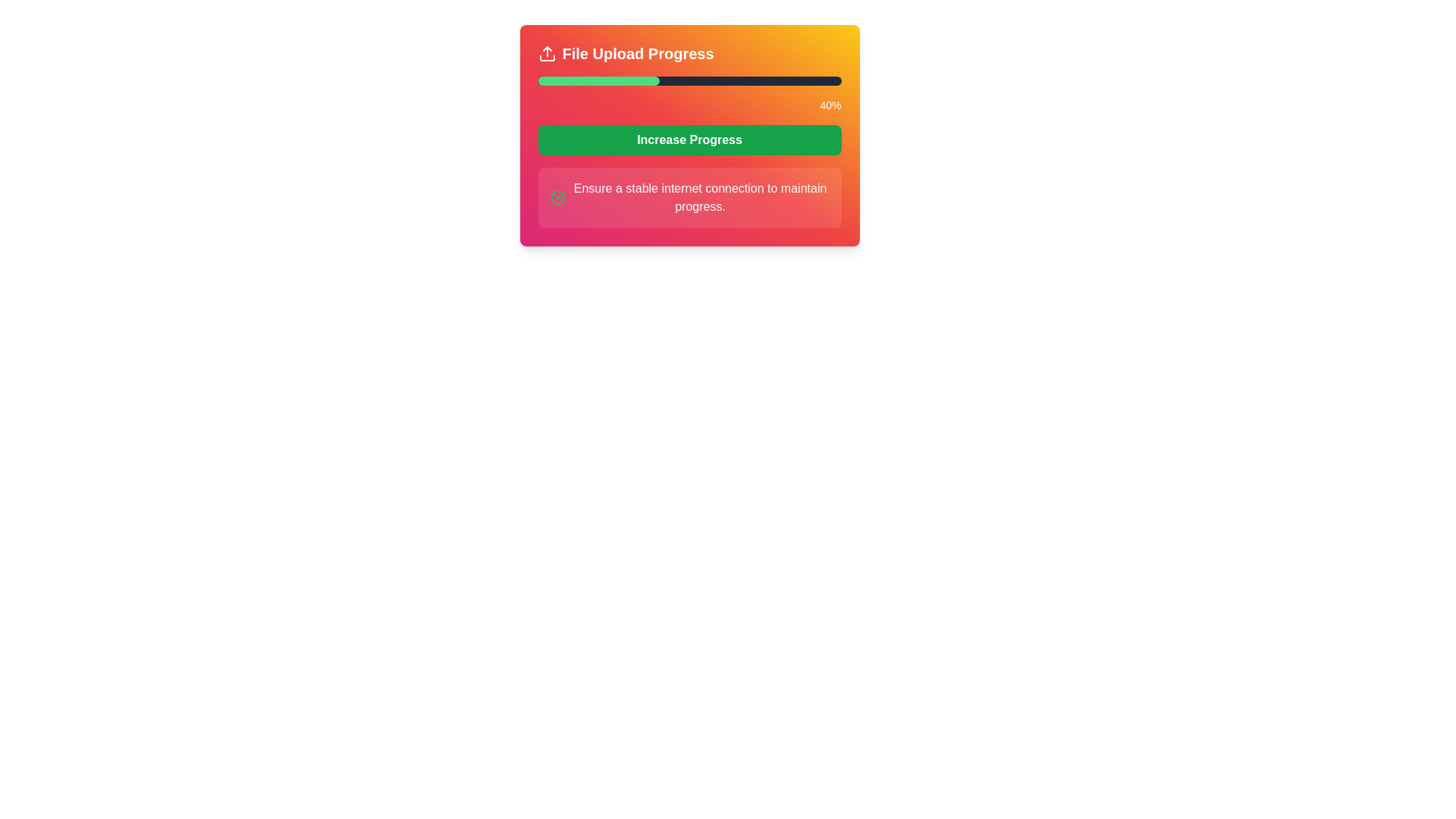 The height and width of the screenshot is (819, 1456). I want to click on the informational text box with an icon that advises users about maintaining a stable internet connection, positioned below the 'Increase Progress' button, so click(689, 197).